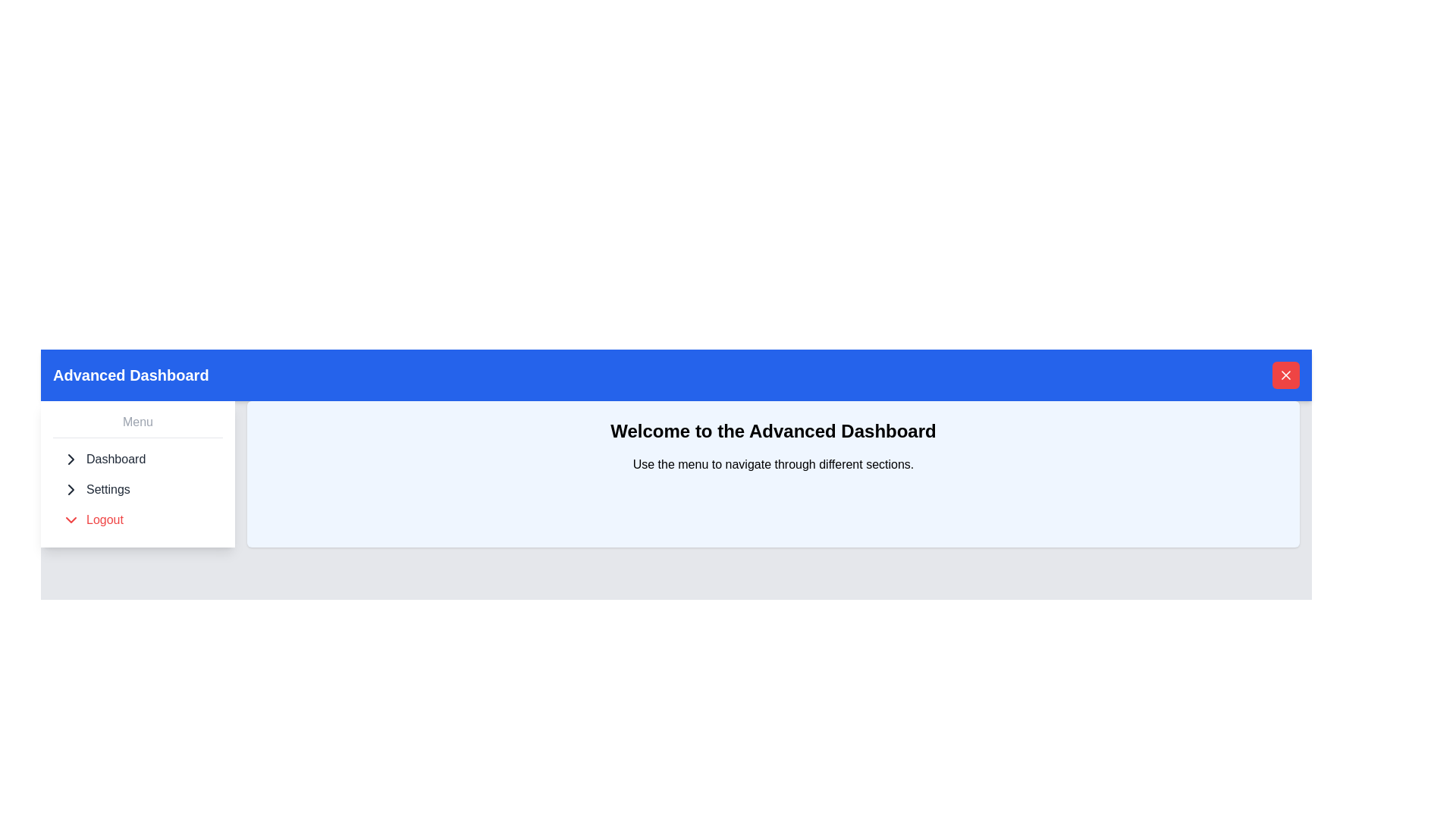 Image resolution: width=1456 pixels, height=819 pixels. What do you see at coordinates (71, 489) in the screenshot?
I see `the chevron icon located in the sidebar under the 'Menu' label` at bounding box center [71, 489].